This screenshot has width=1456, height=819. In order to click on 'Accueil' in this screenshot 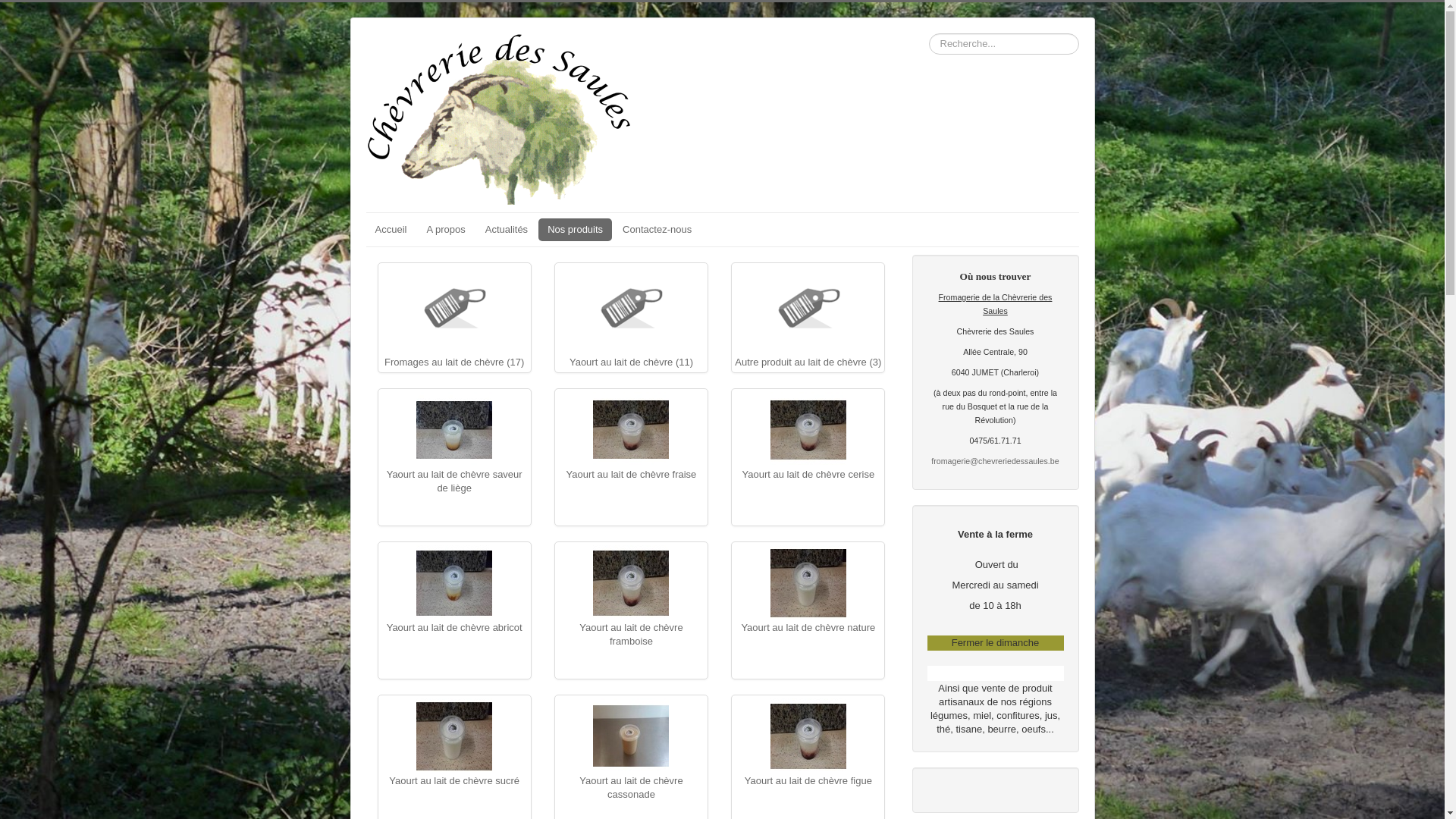, I will do `click(365, 230)`.